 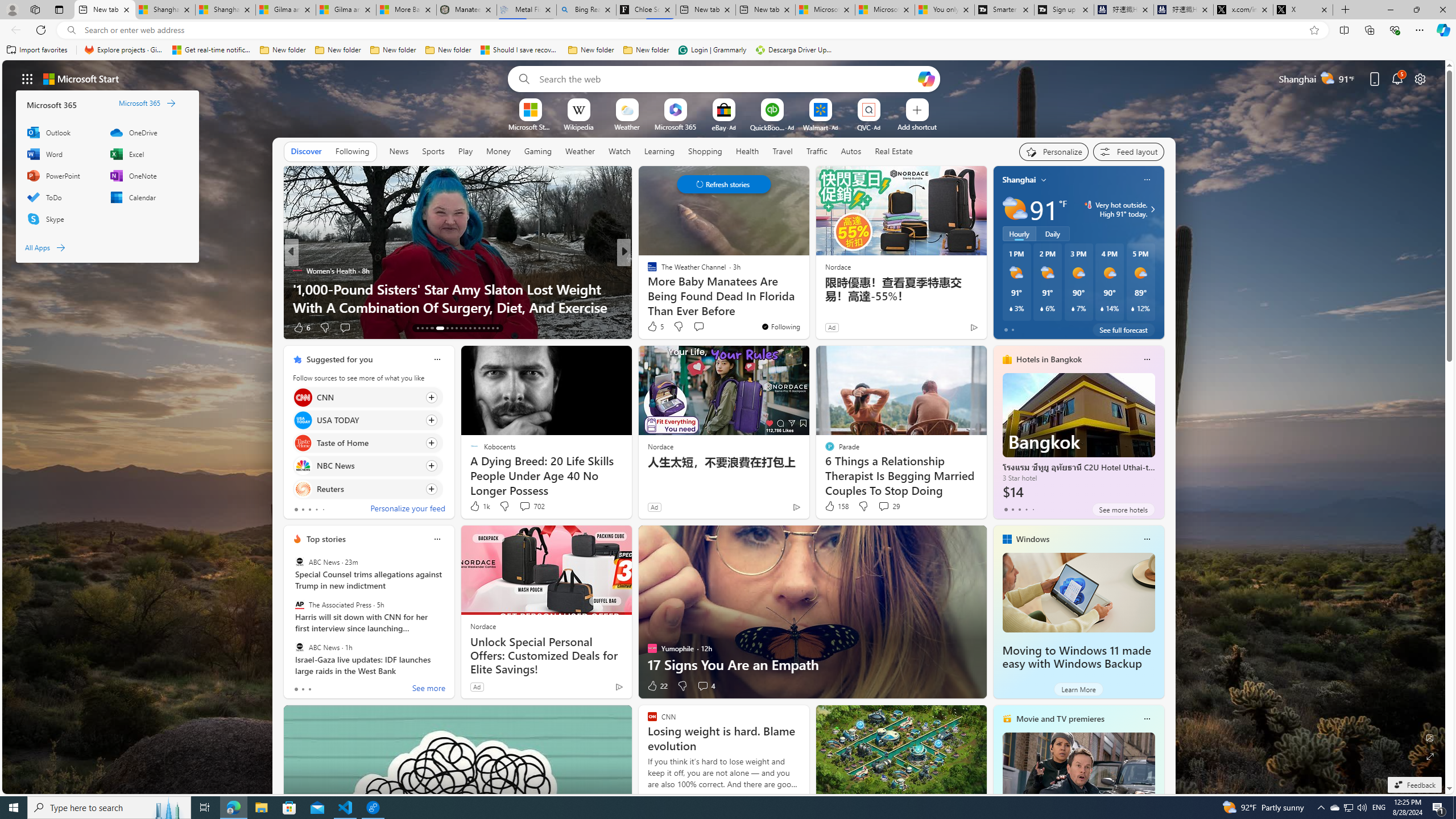 What do you see at coordinates (1032, 509) in the screenshot?
I see `'tab-4'` at bounding box center [1032, 509].